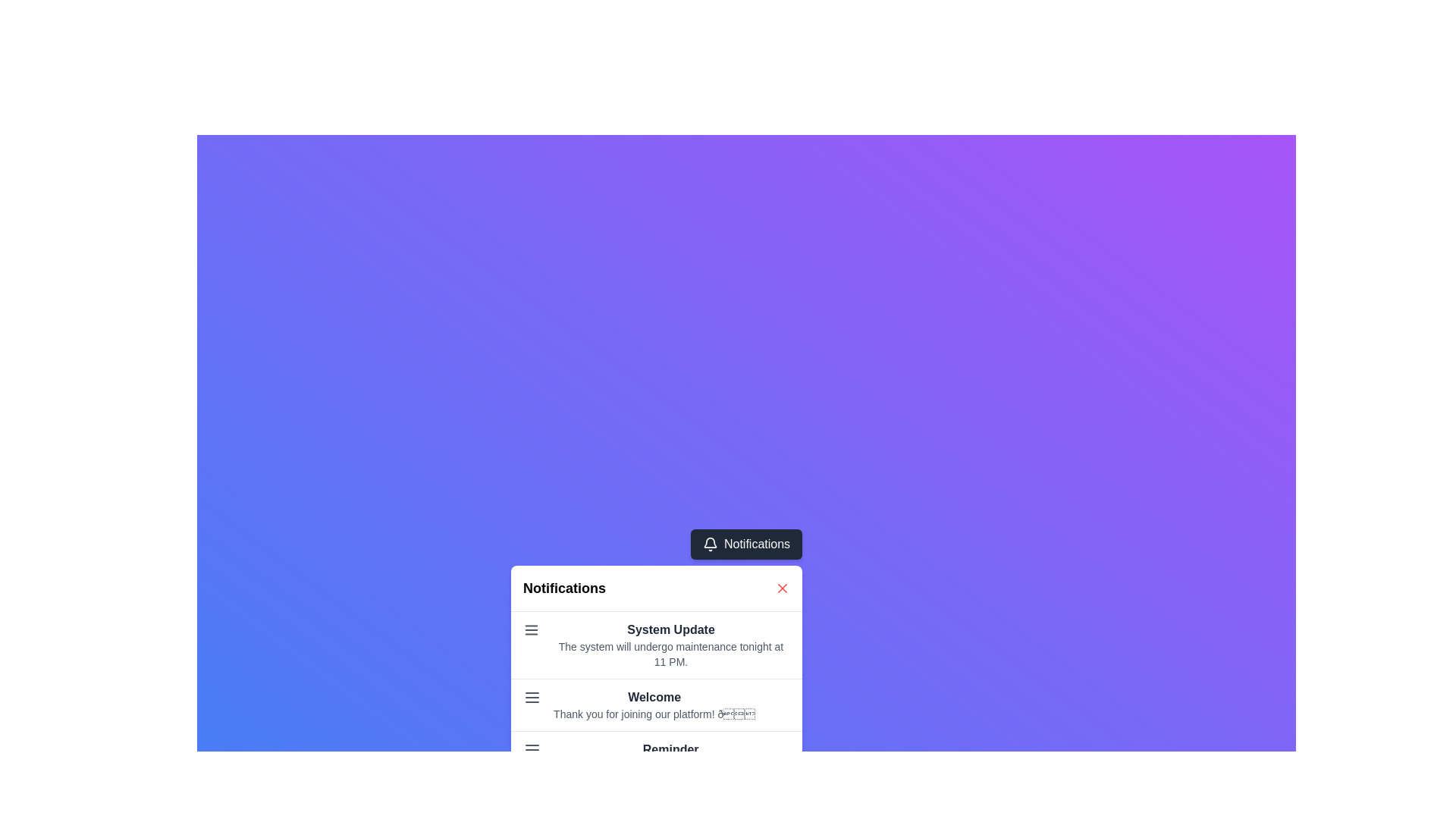  I want to click on the close button located in the top-right corner of the notifications panel header, so click(783, 587).